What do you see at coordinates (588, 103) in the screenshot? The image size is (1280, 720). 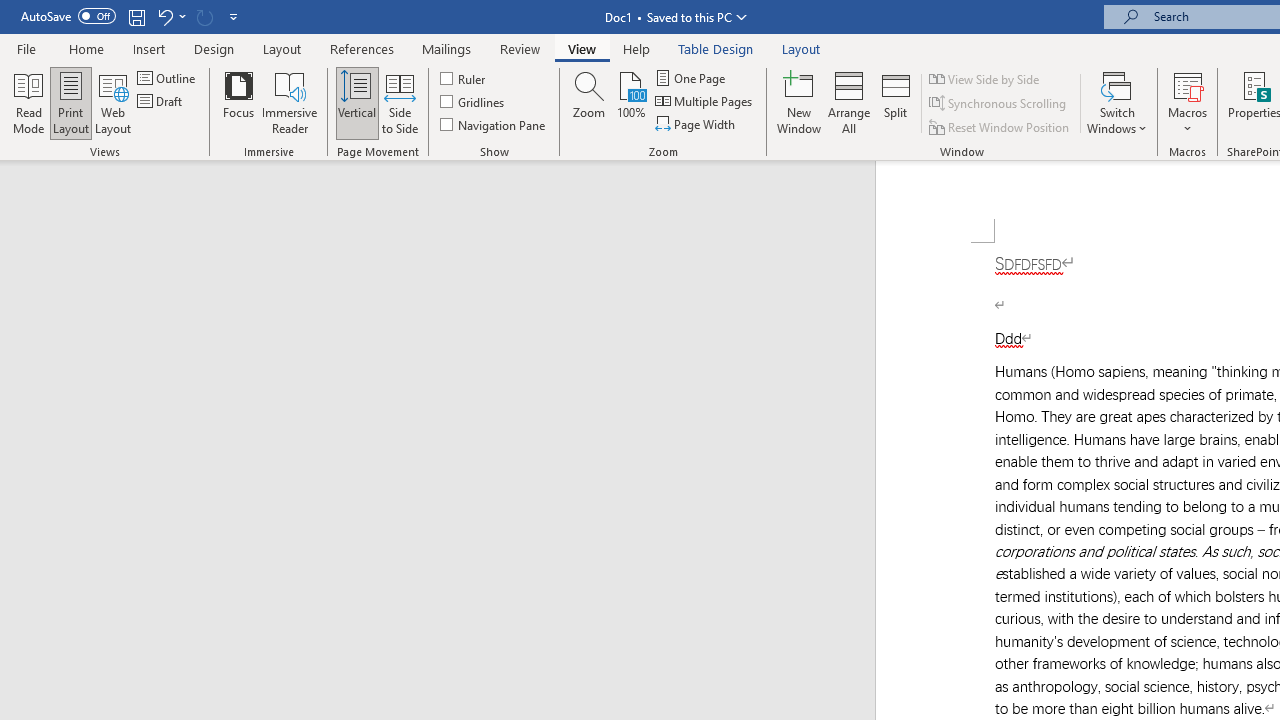 I see `'Zoom...'` at bounding box center [588, 103].